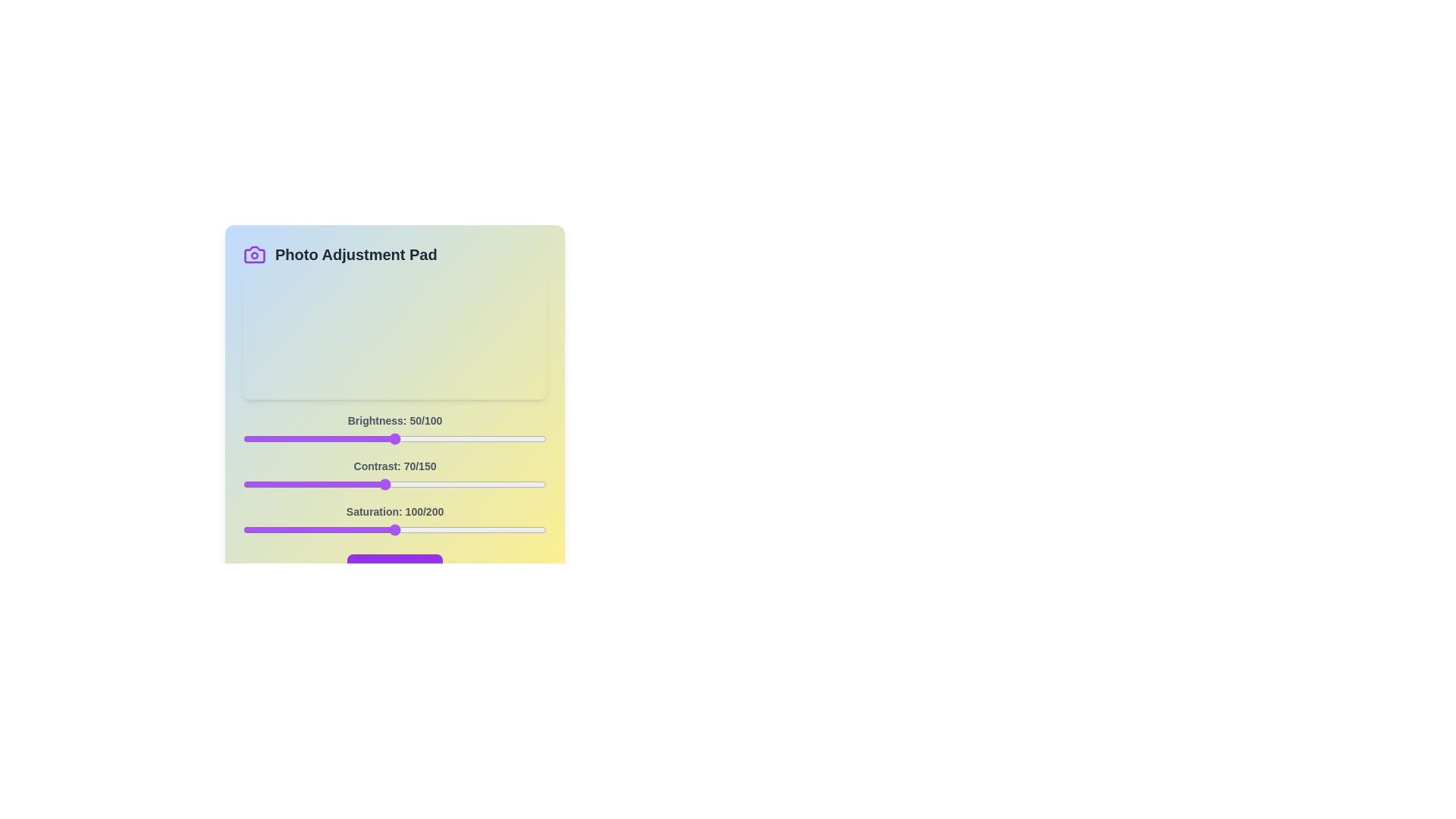 The image size is (1456, 819). I want to click on the 1 slider to 135, so click(516, 485).